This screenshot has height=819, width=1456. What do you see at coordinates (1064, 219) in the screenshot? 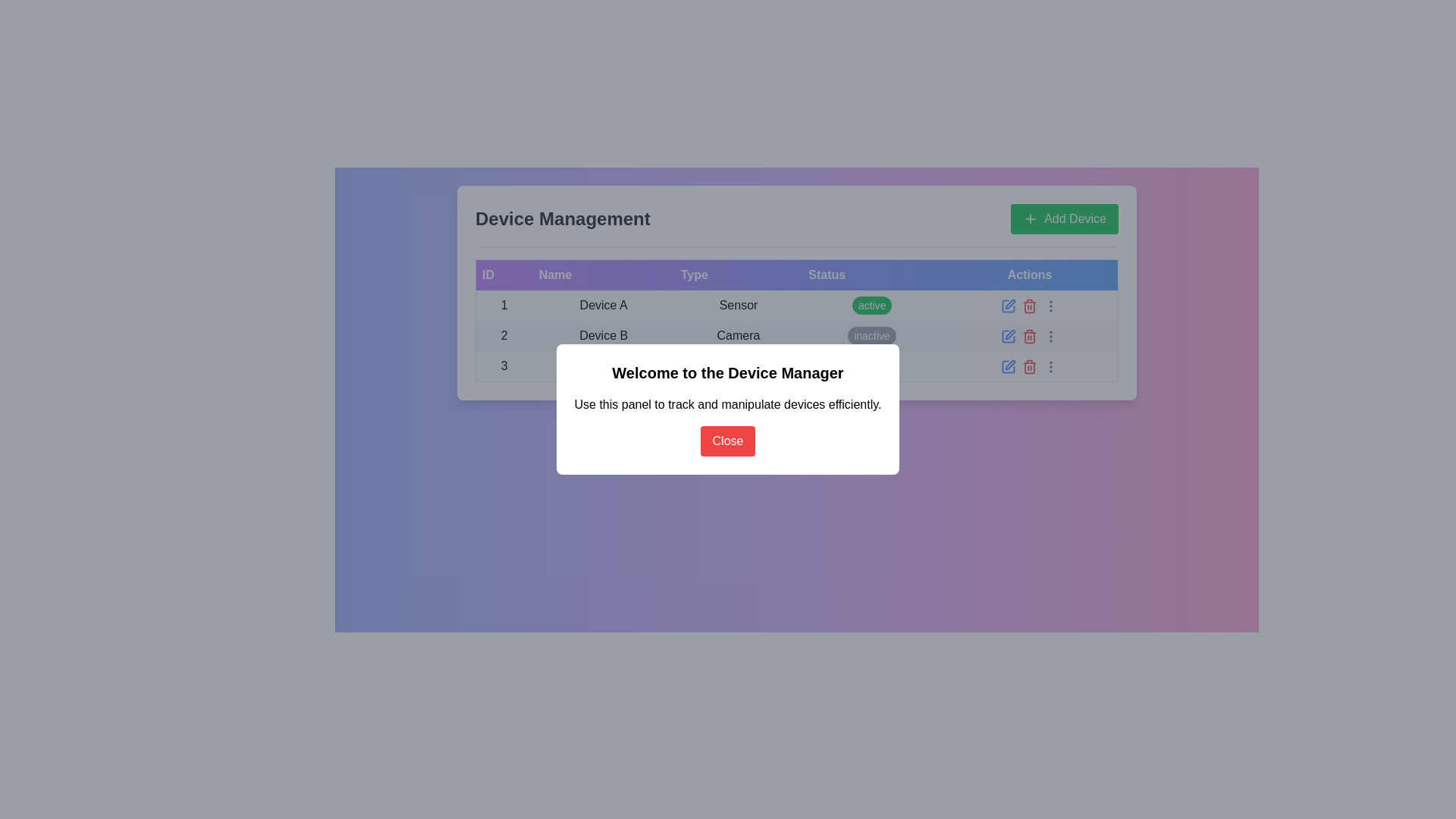
I see `the 'Add Device' button located in the top-right corner of the 'Device Management' header section` at bounding box center [1064, 219].